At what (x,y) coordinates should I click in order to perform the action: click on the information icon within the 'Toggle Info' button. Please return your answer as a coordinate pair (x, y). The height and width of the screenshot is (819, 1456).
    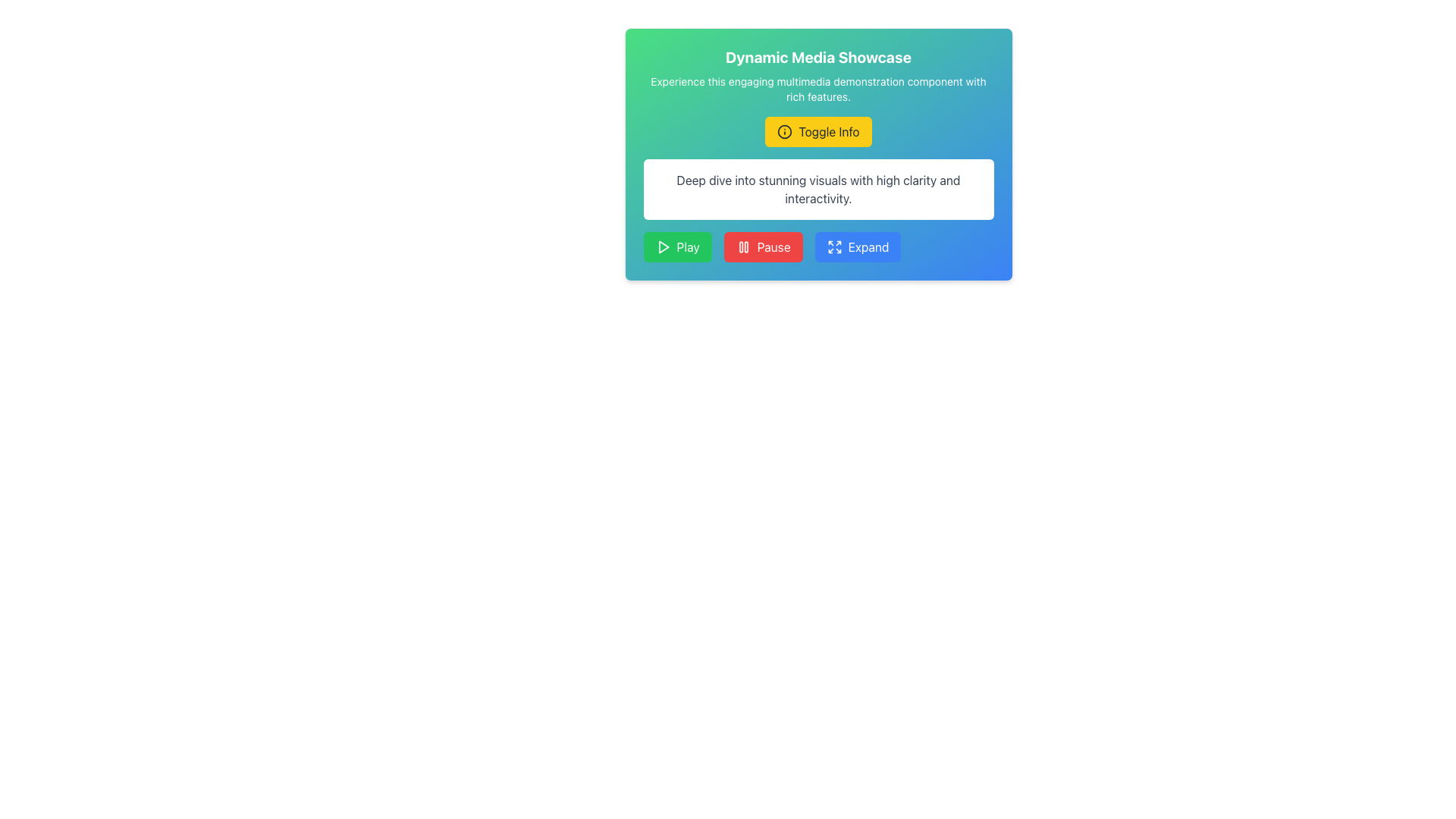
    Looking at the image, I should click on (785, 130).